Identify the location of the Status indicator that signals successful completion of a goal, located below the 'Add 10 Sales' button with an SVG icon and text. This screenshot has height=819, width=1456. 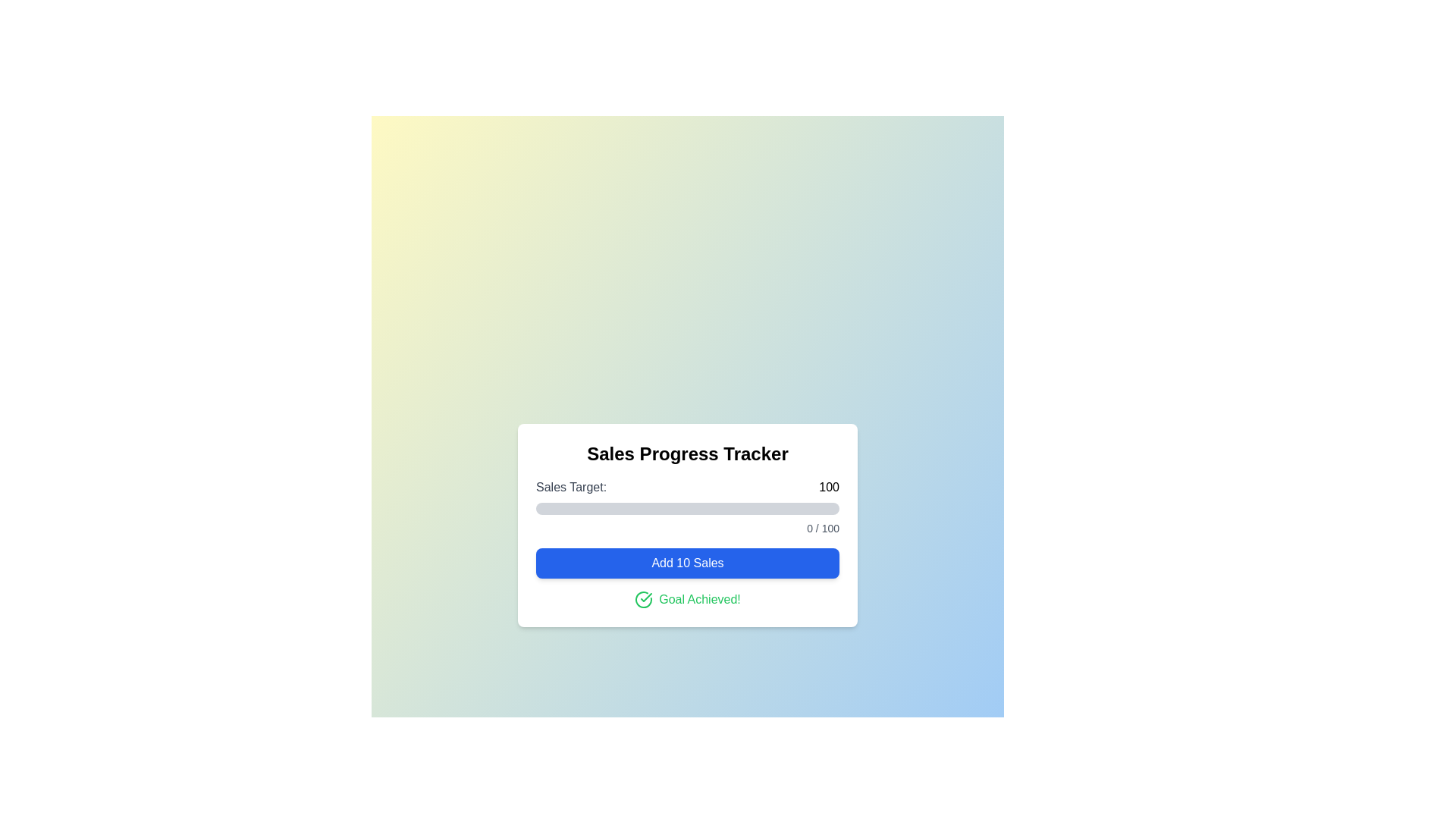
(687, 598).